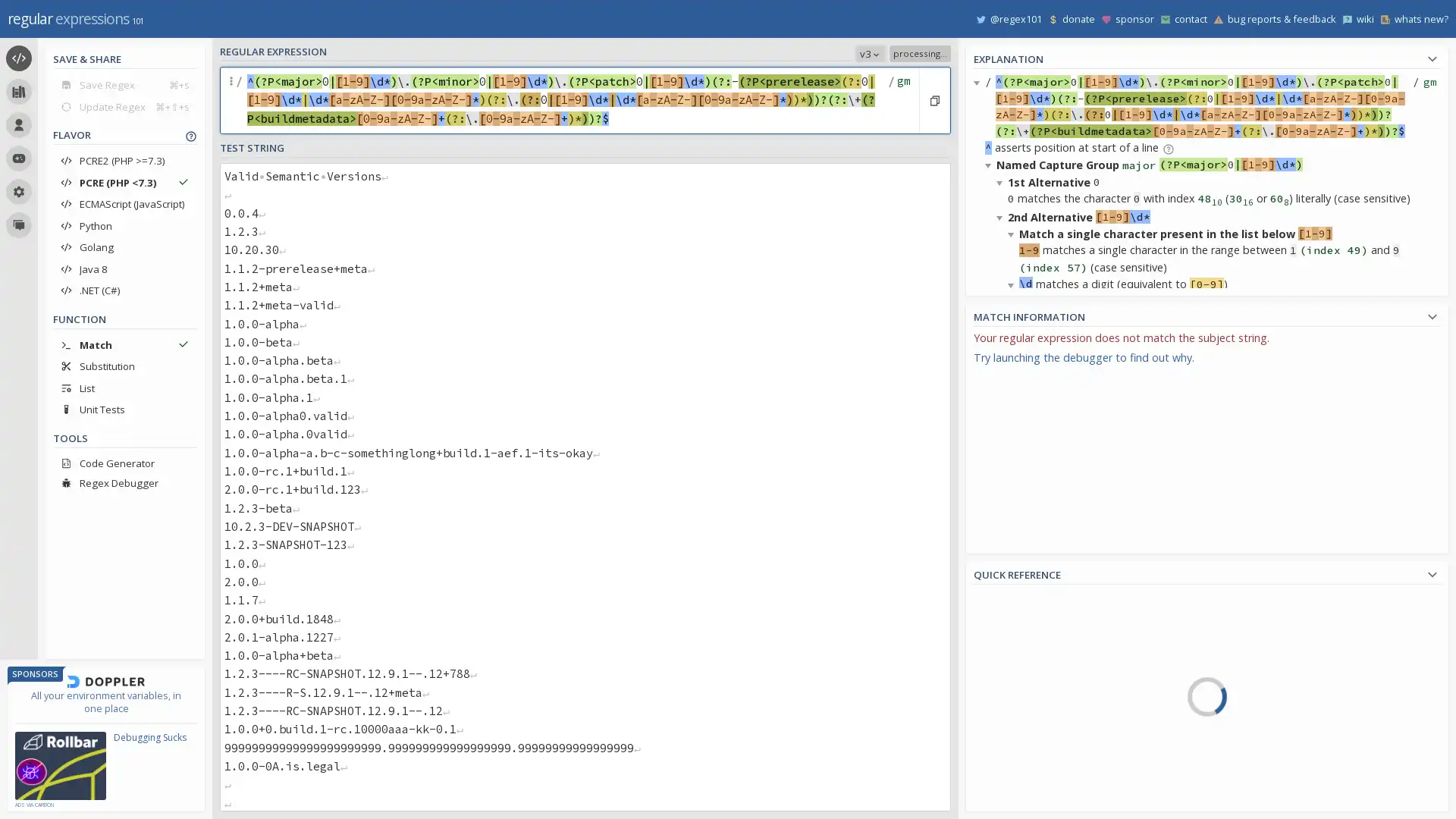  Describe the element at coordinates (1002, 180) in the screenshot. I see `Collapse Subtree` at that location.